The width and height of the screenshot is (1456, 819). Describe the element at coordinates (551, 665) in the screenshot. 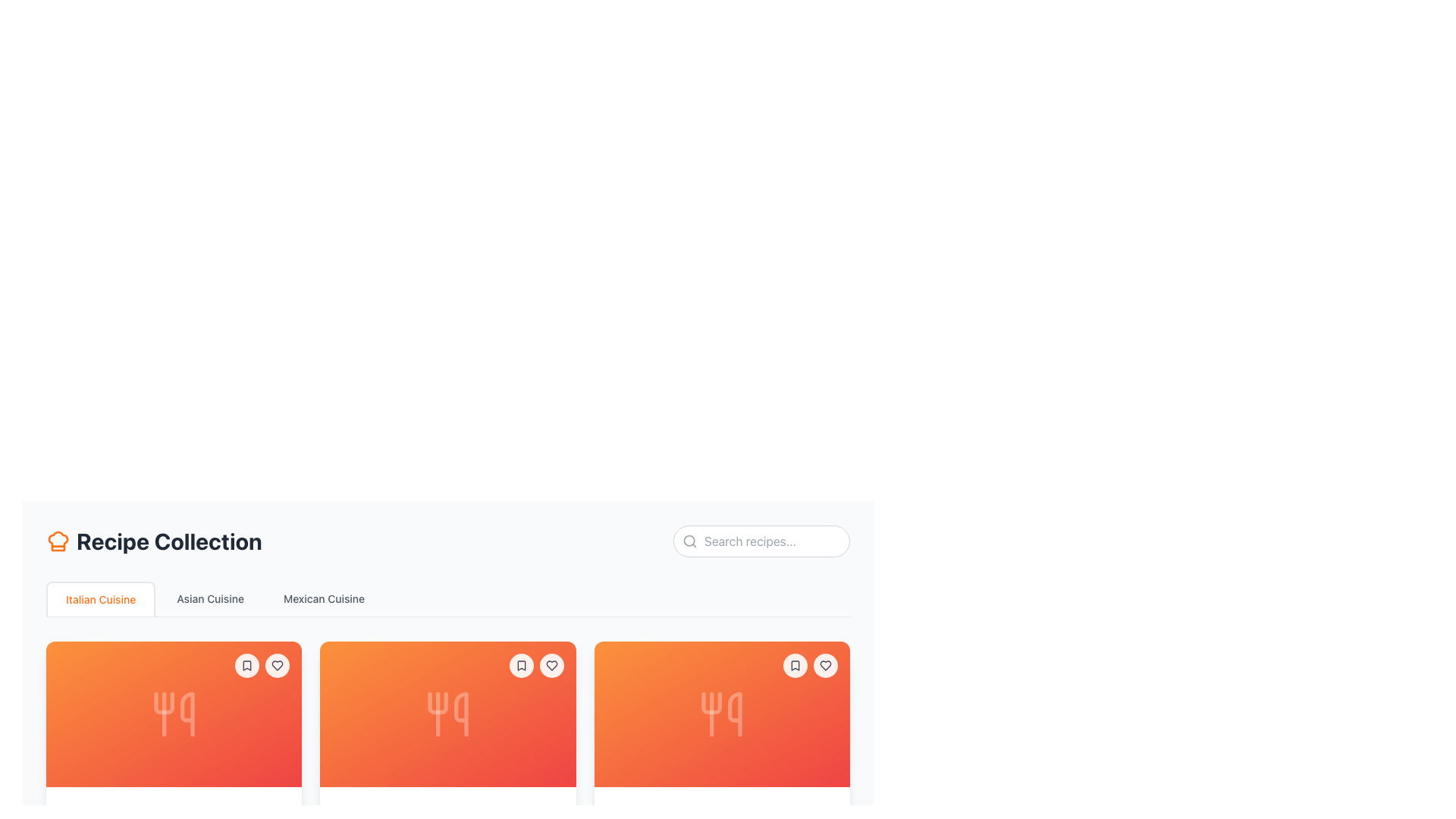

I see `the heart icon button located as the second button from the right in the top-right corner of the orange rectangular card to favorite the item` at that location.